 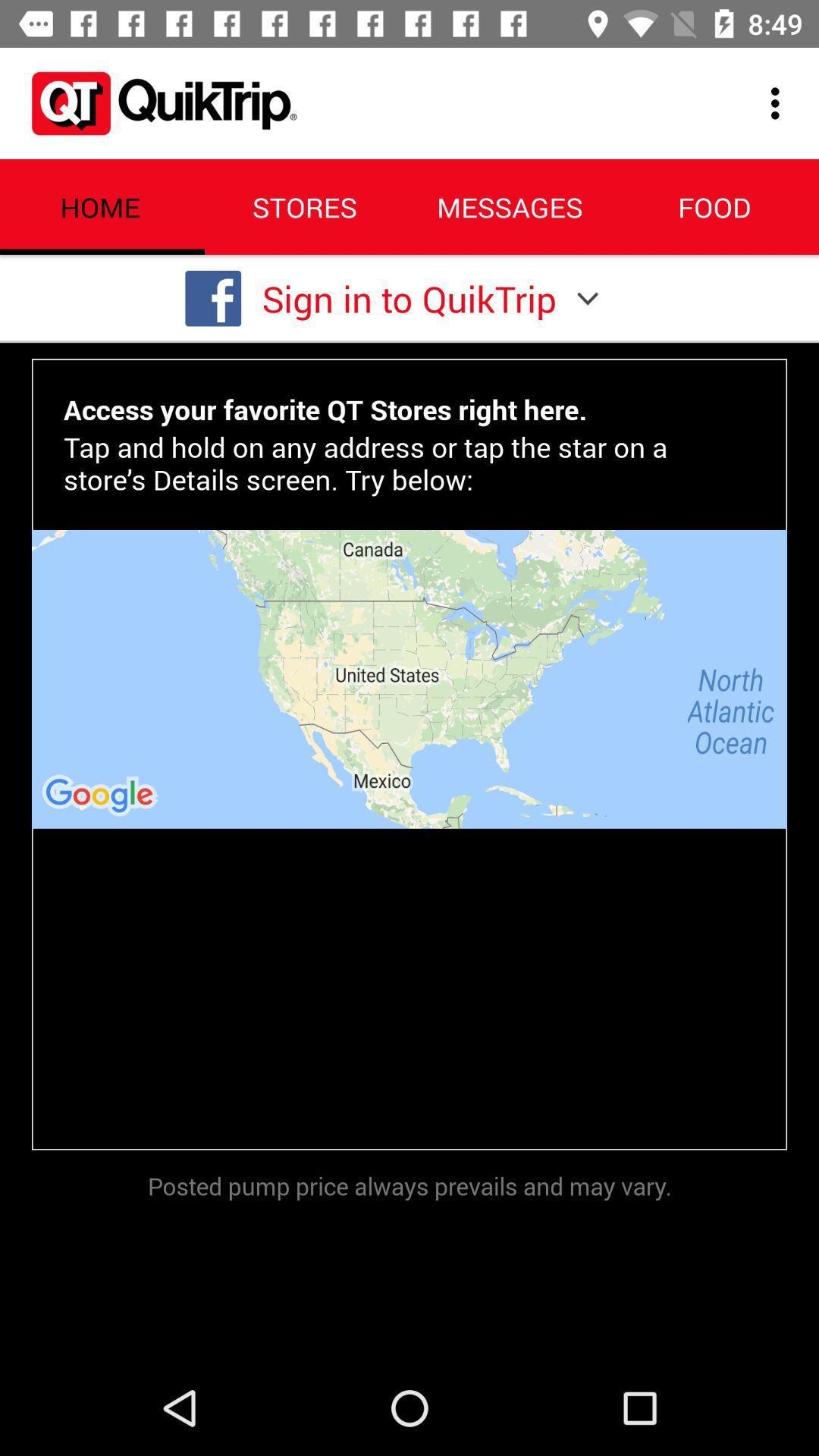 What do you see at coordinates (409, 678) in the screenshot?
I see `the icon at the center` at bounding box center [409, 678].